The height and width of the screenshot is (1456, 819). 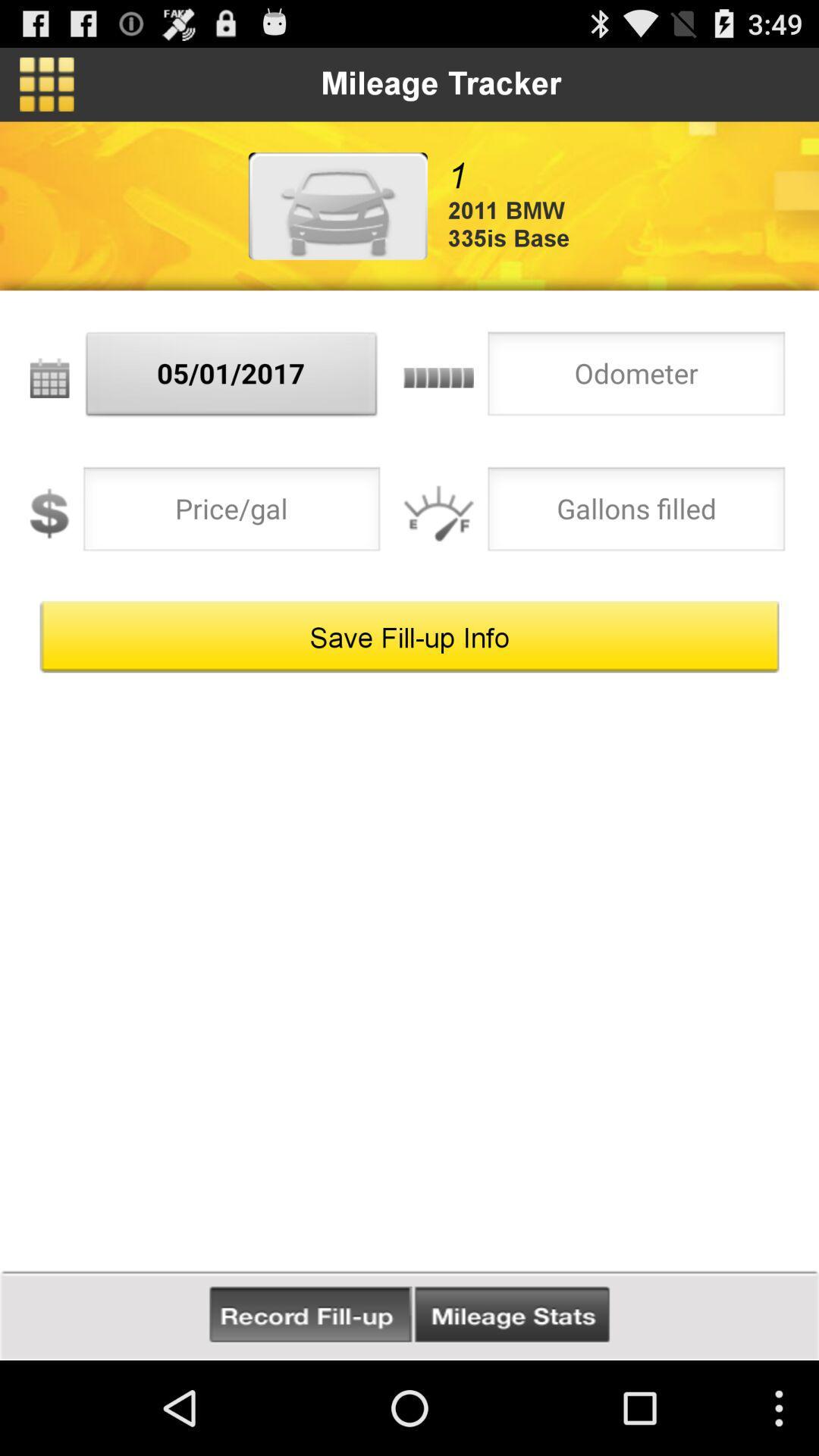 I want to click on price per gallon, so click(x=231, y=513).